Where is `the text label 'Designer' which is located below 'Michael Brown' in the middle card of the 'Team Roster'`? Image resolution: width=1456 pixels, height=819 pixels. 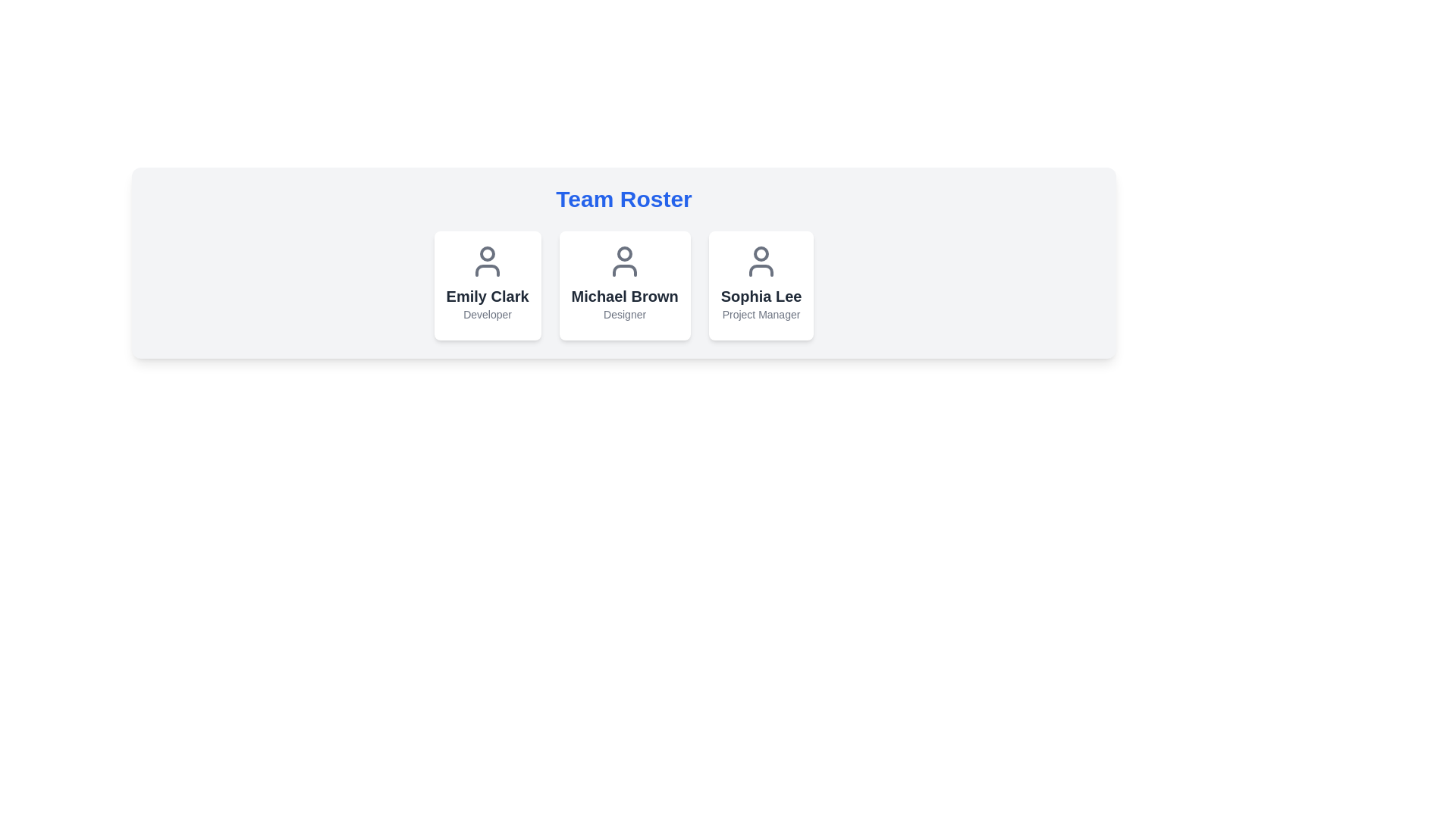
the text label 'Designer' which is located below 'Michael Brown' in the middle card of the 'Team Roster' is located at coordinates (625, 314).